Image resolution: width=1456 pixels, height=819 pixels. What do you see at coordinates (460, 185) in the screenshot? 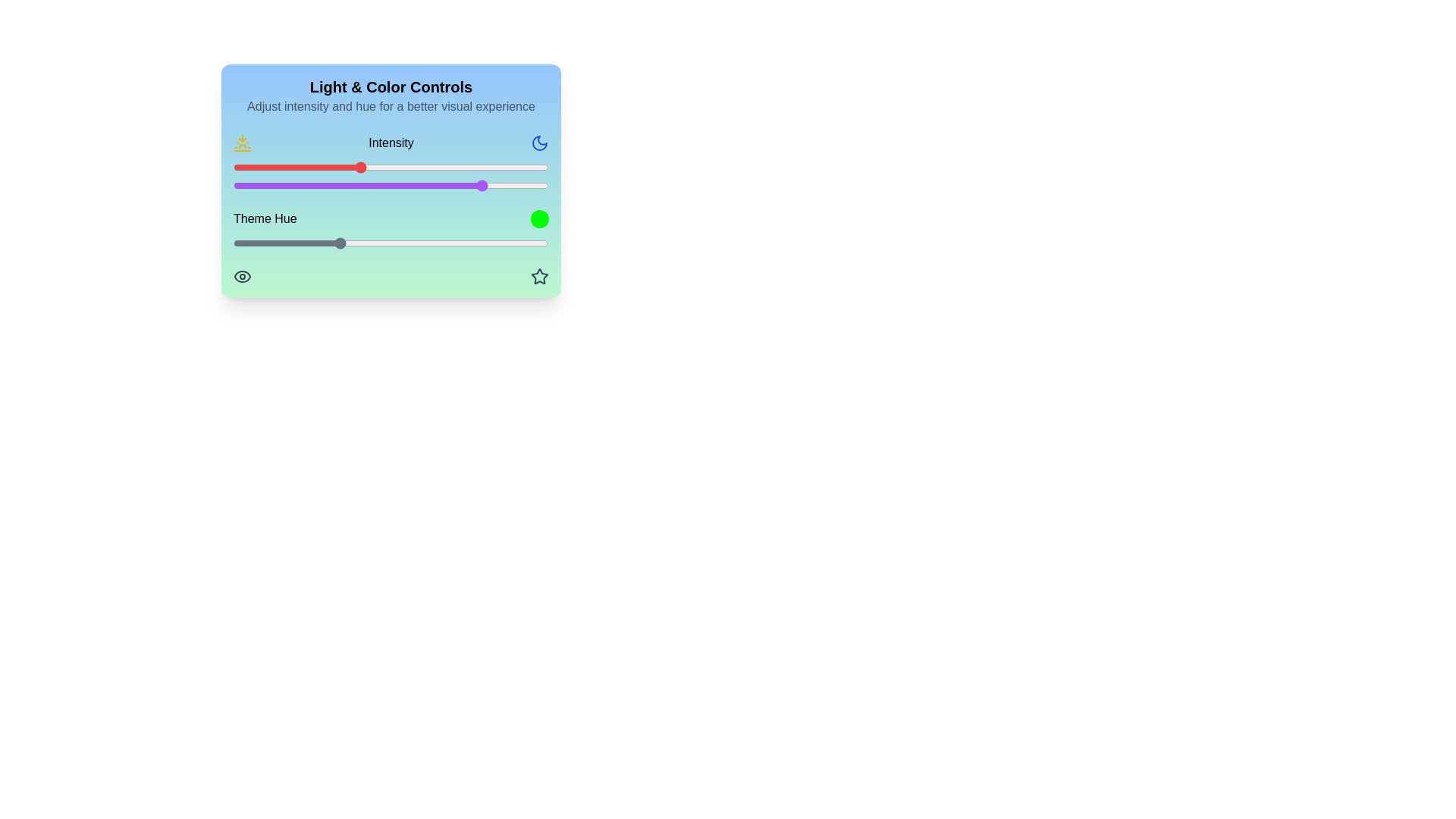
I see `the slider value` at bounding box center [460, 185].